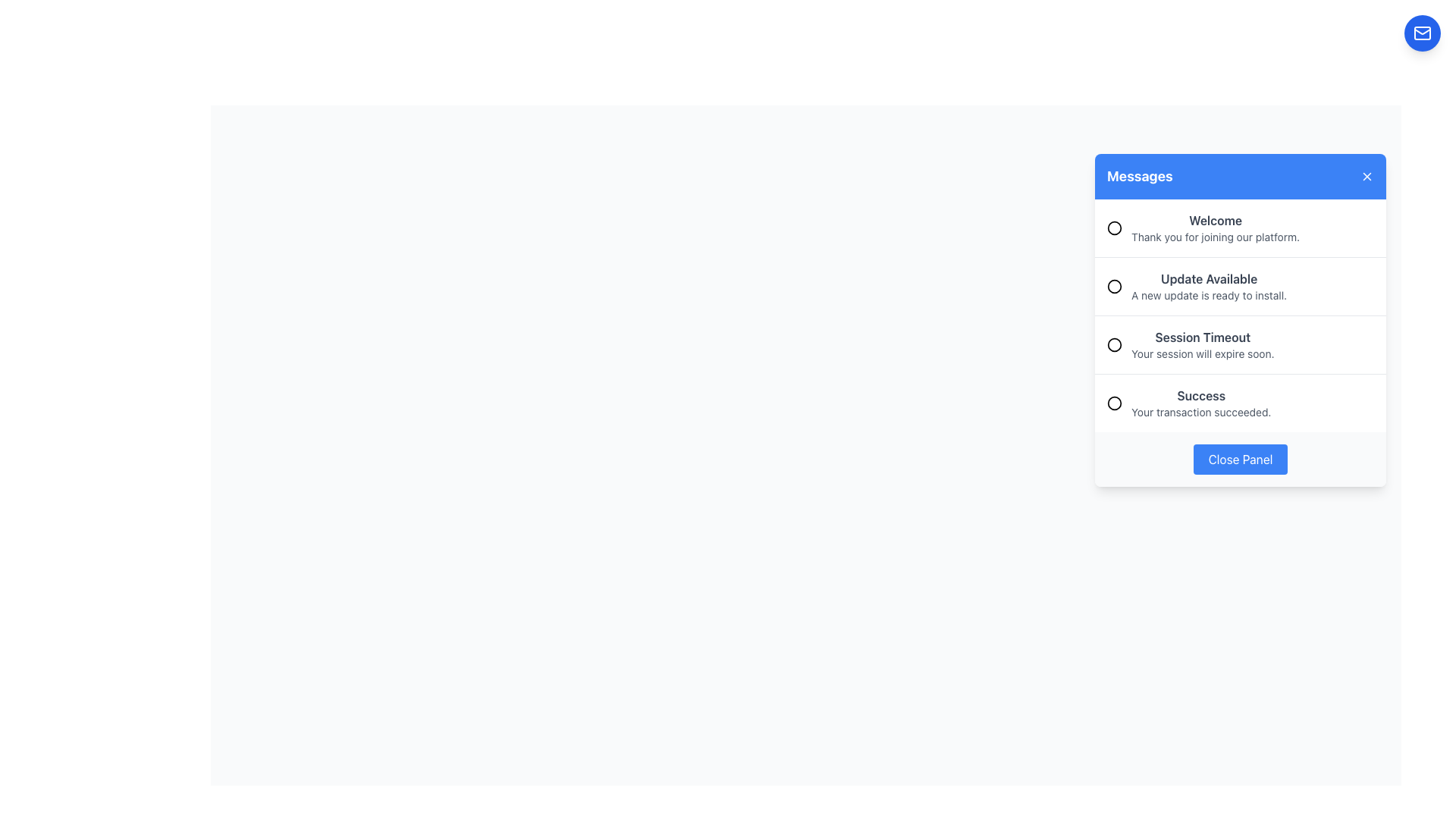 Image resolution: width=1456 pixels, height=819 pixels. Describe the element at coordinates (1200, 394) in the screenshot. I see `the 'Success' text label, which is a bold, dark gray label positioned under a radio button in a right-aligned content panel` at that location.